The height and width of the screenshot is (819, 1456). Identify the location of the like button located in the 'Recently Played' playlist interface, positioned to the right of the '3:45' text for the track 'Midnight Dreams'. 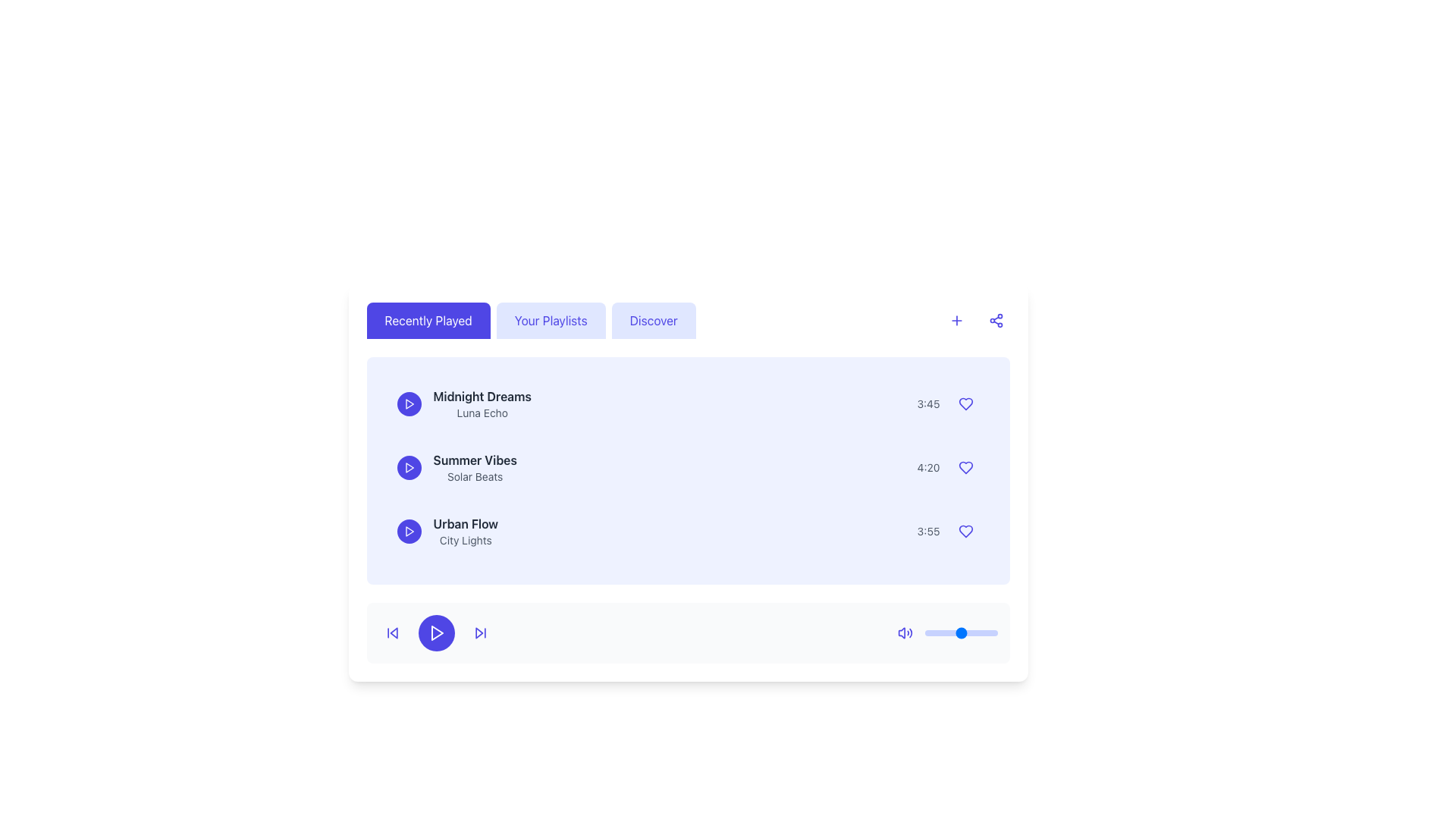
(965, 403).